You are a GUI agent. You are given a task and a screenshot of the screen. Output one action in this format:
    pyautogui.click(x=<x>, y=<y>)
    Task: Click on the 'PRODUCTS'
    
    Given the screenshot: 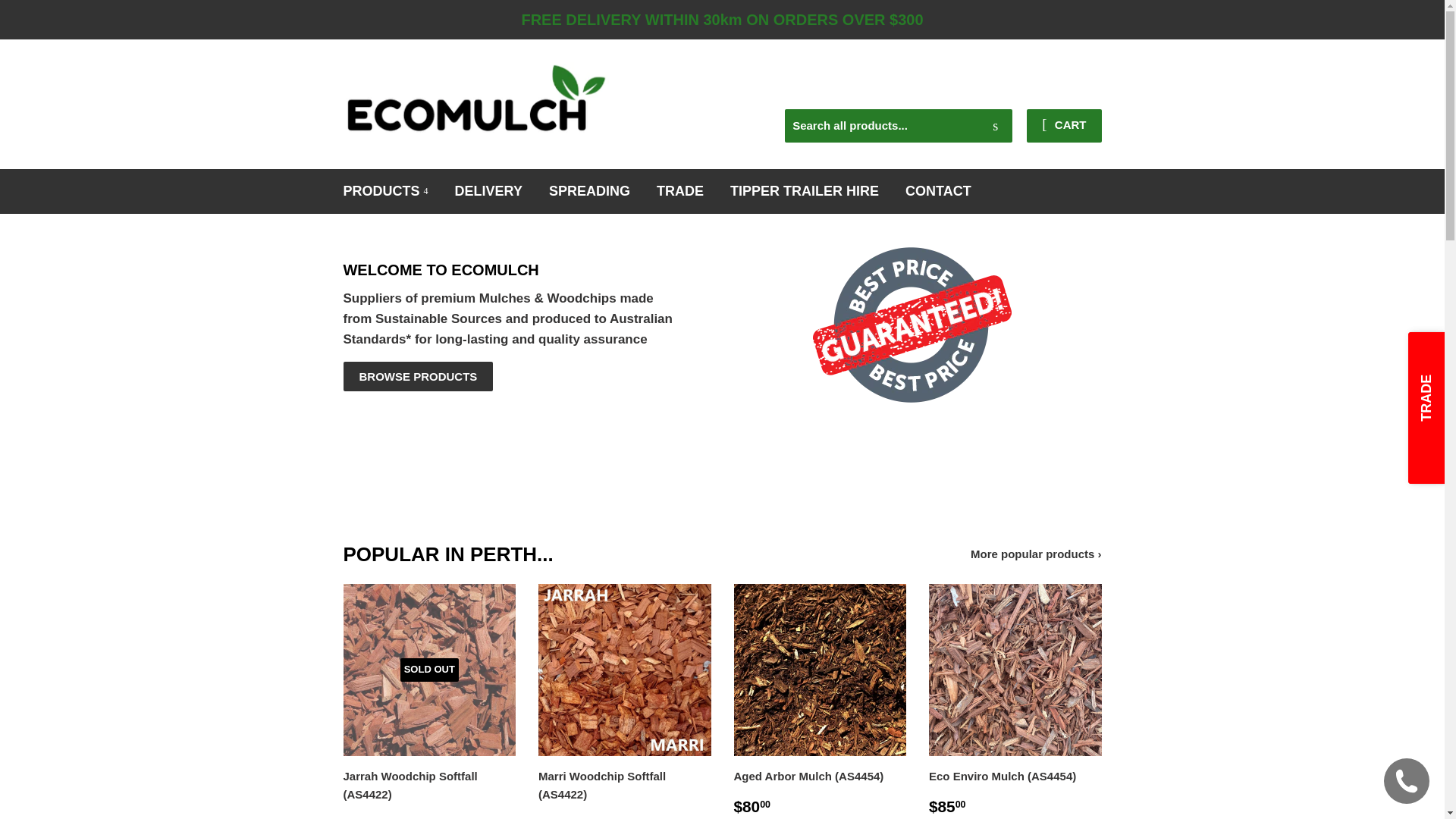 What is the action you would take?
    pyautogui.click(x=331, y=190)
    